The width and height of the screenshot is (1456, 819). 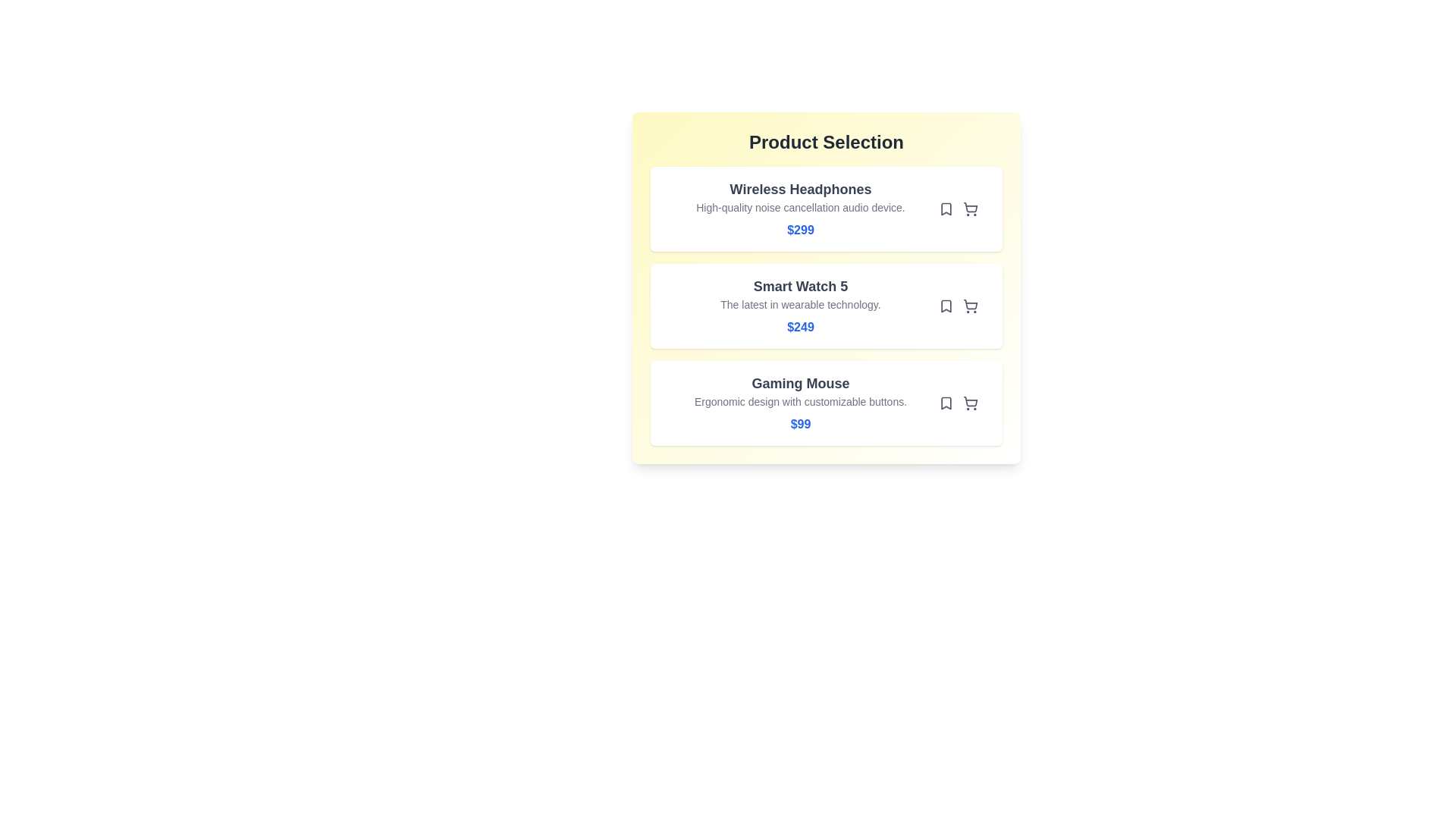 I want to click on the shopping cart icon for the product Gaming Mouse, so click(x=971, y=403).